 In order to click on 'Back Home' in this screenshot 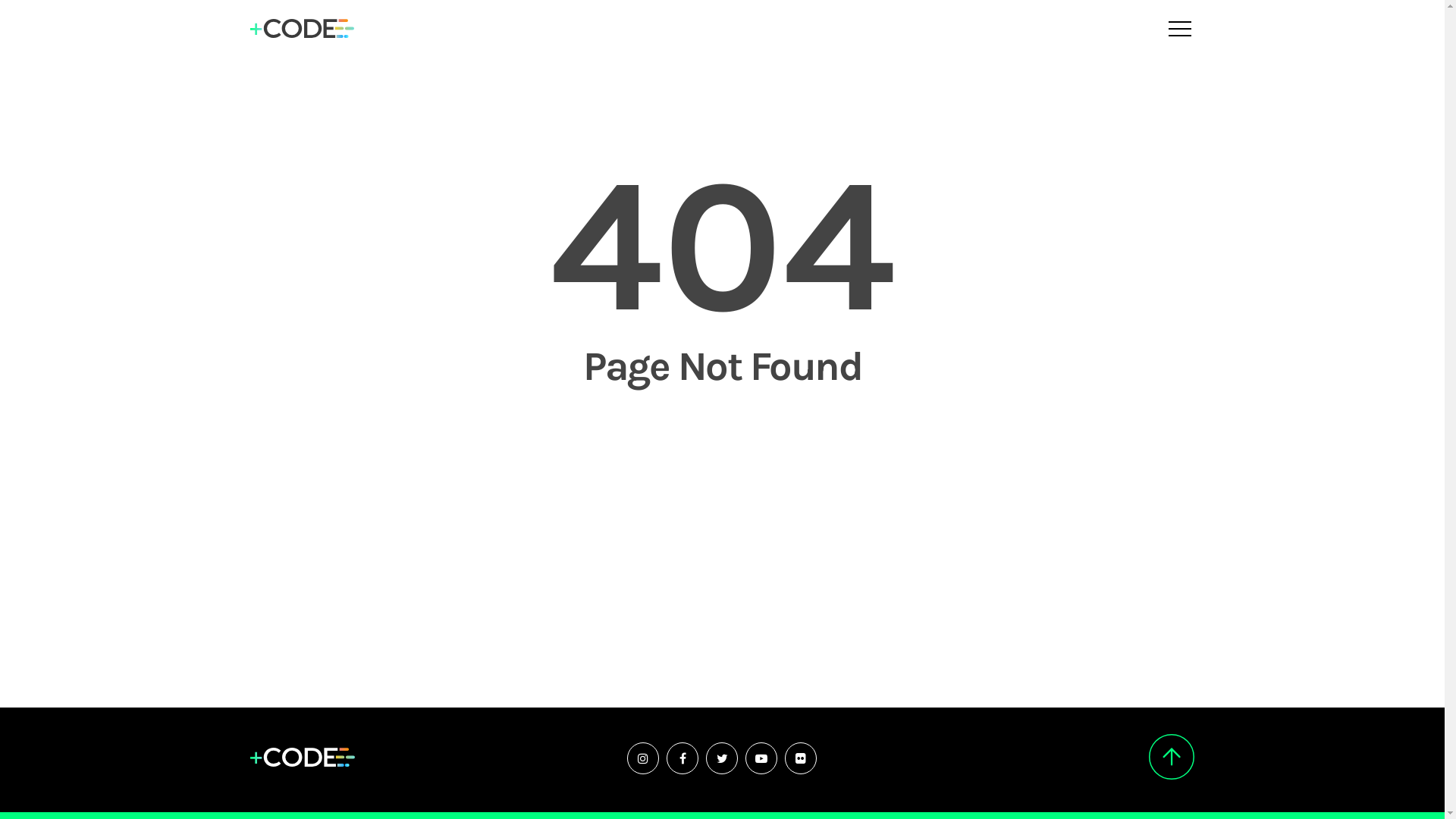, I will do `click(722, 447)`.